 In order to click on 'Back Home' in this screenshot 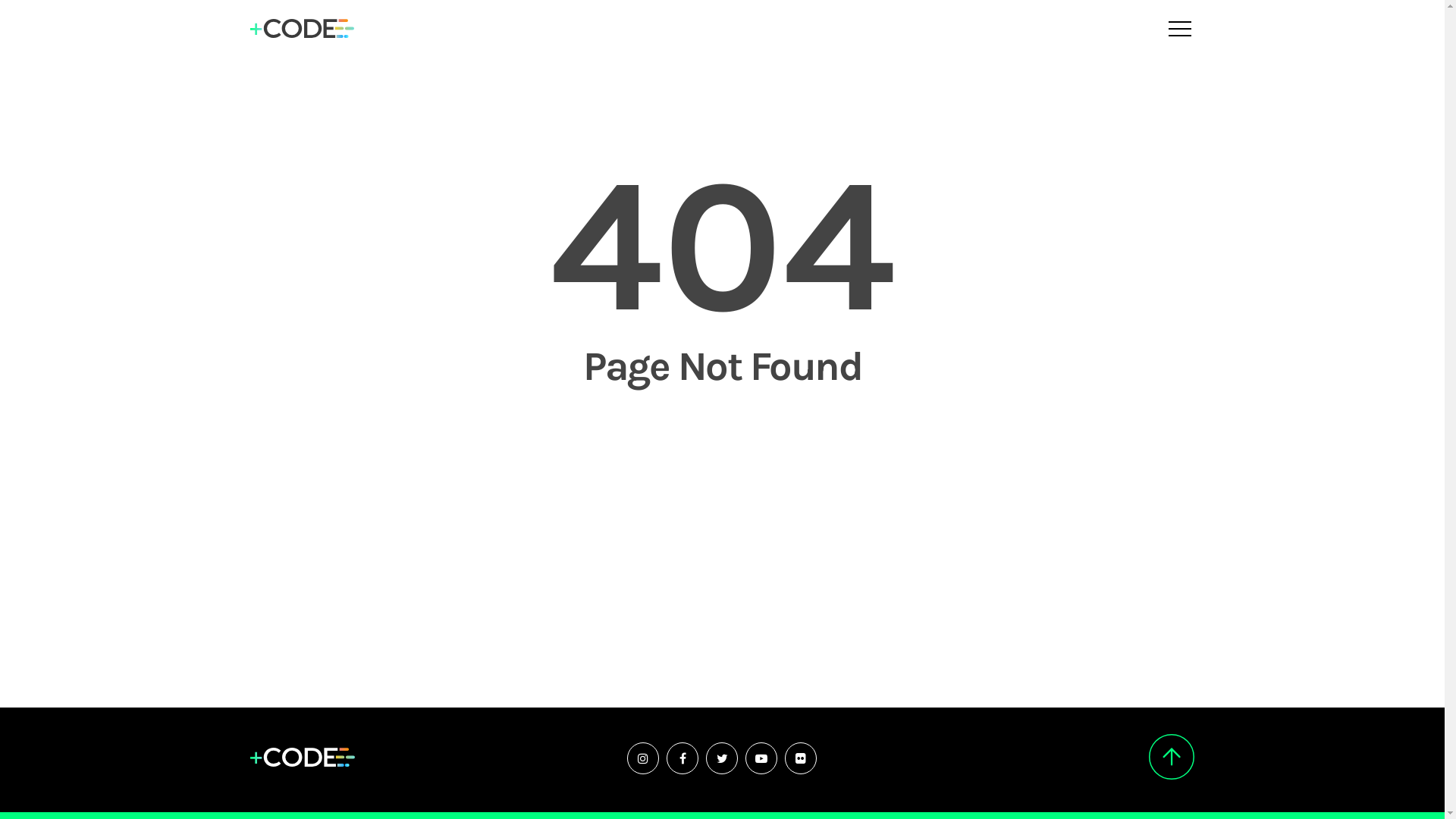, I will do `click(722, 447)`.